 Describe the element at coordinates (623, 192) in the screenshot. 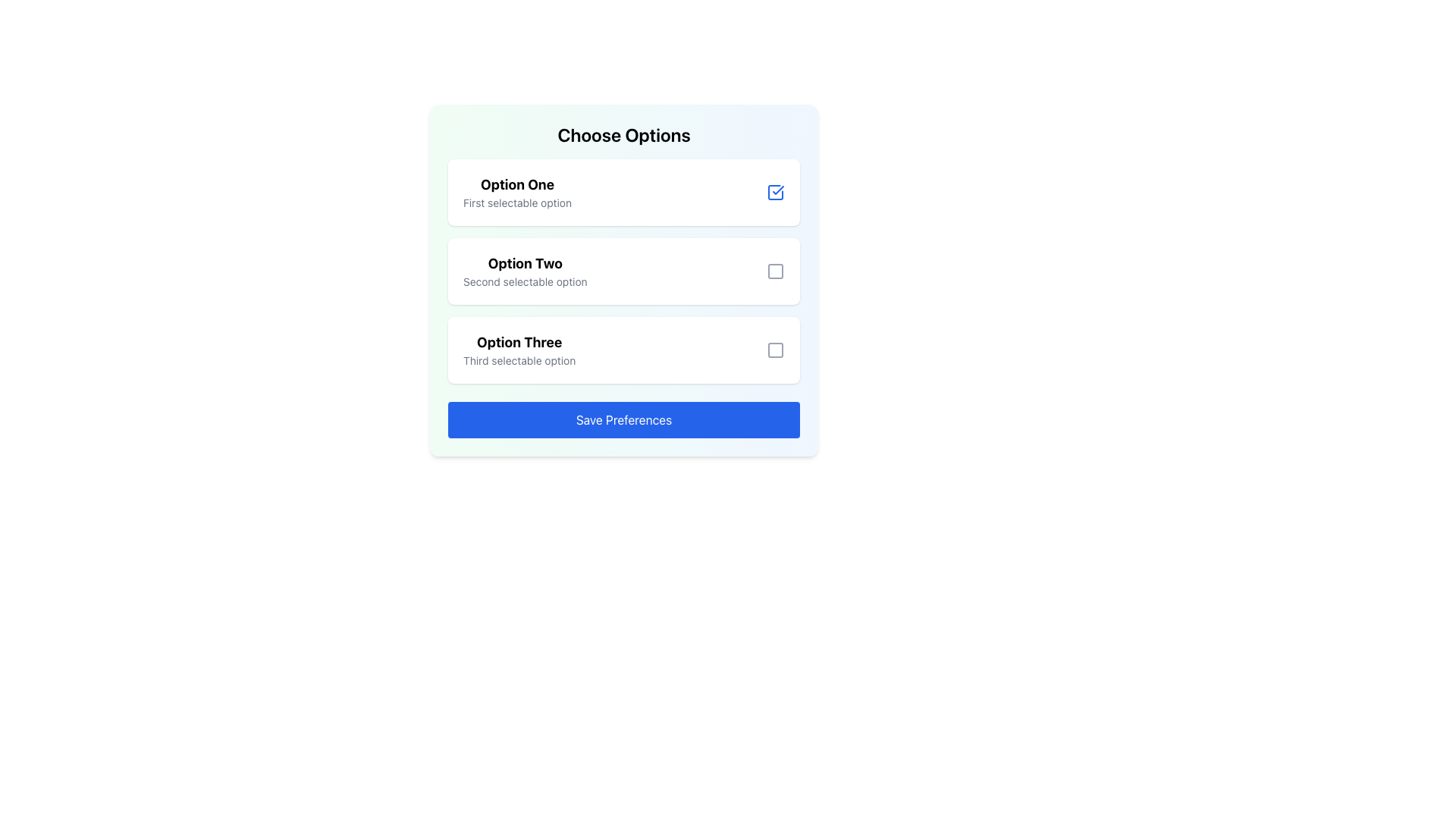

I see `the SelectableCard titled 'Option One' with the subtitle 'First selectable option'` at that location.